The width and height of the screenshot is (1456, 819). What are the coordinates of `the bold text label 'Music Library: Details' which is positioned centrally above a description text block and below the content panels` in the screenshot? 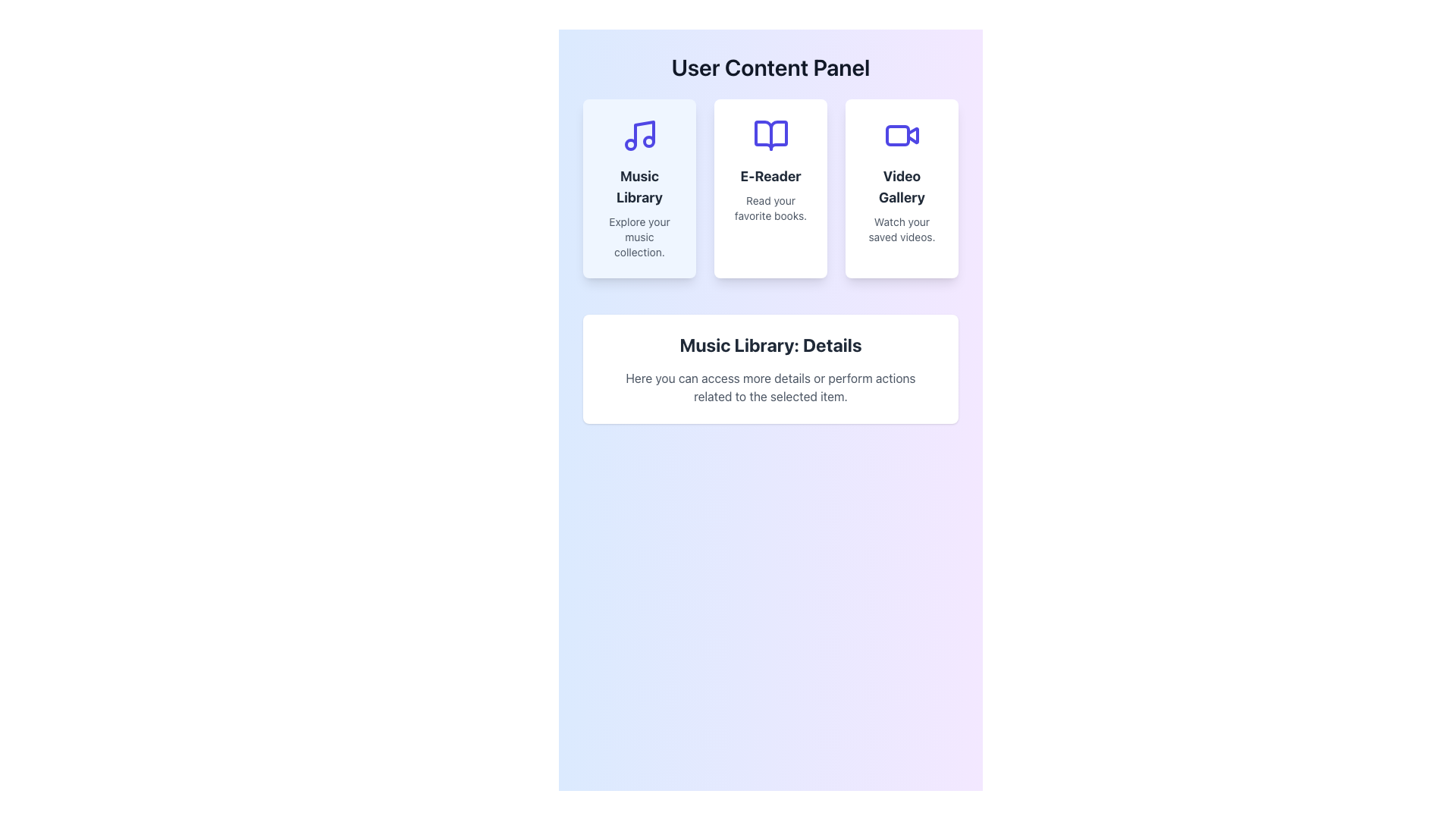 It's located at (770, 345).